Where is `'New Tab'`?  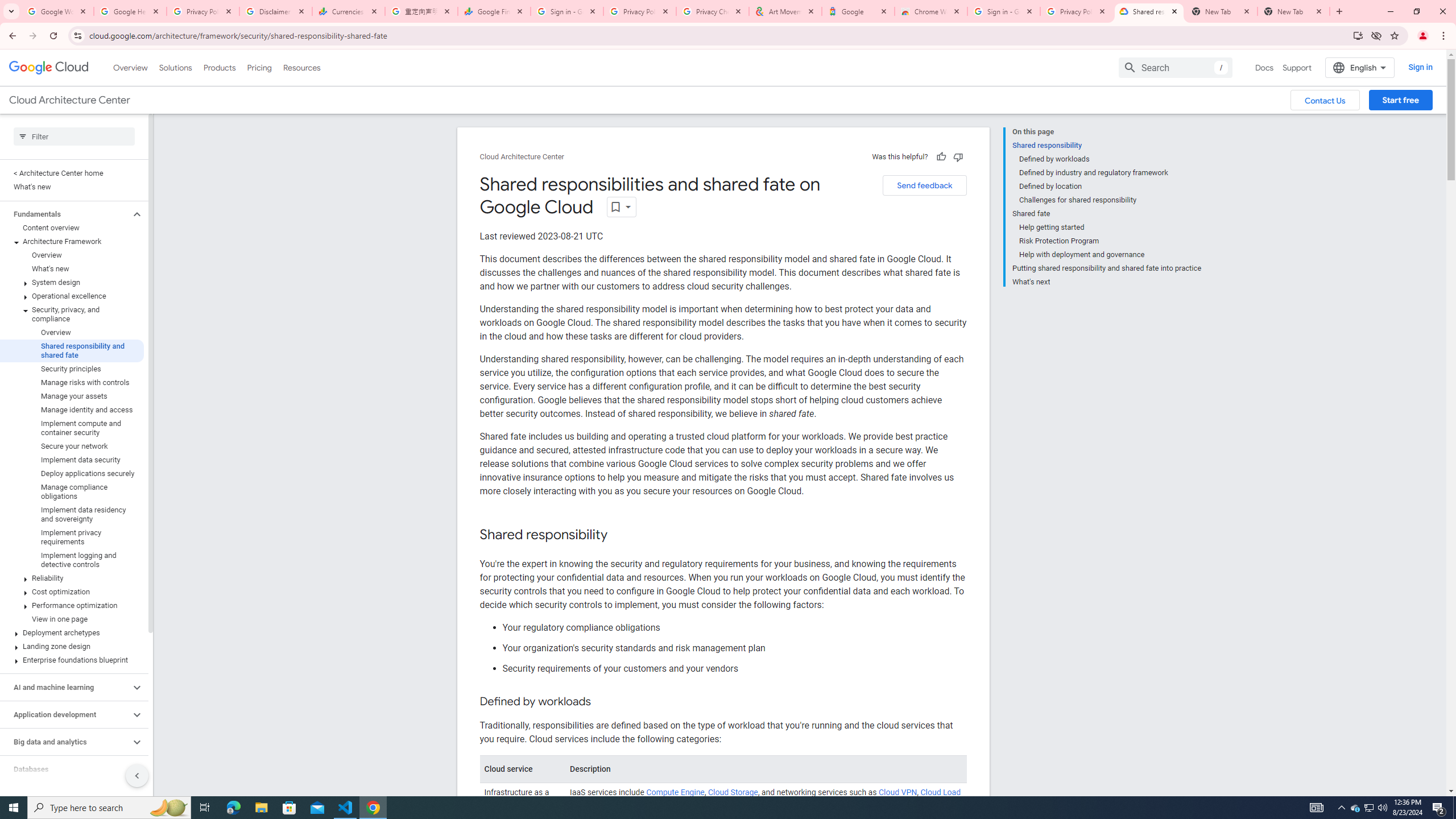
'New Tab' is located at coordinates (1293, 11).